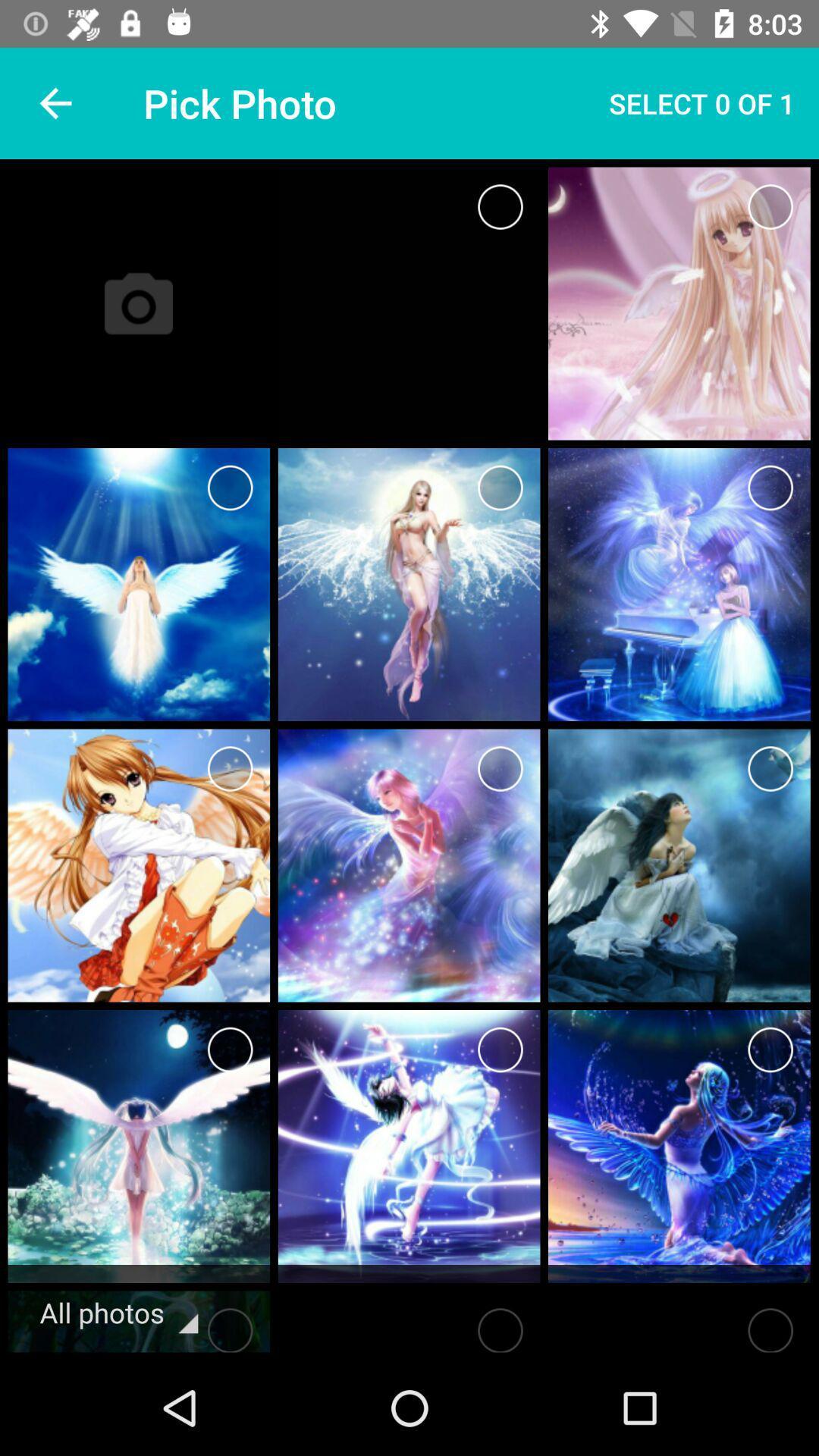 Image resolution: width=819 pixels, height=1456 pixels. What do you see at coordinates (770, 206) in the screenshot?
I see `choose this photo` at bounding box center [770, 206].